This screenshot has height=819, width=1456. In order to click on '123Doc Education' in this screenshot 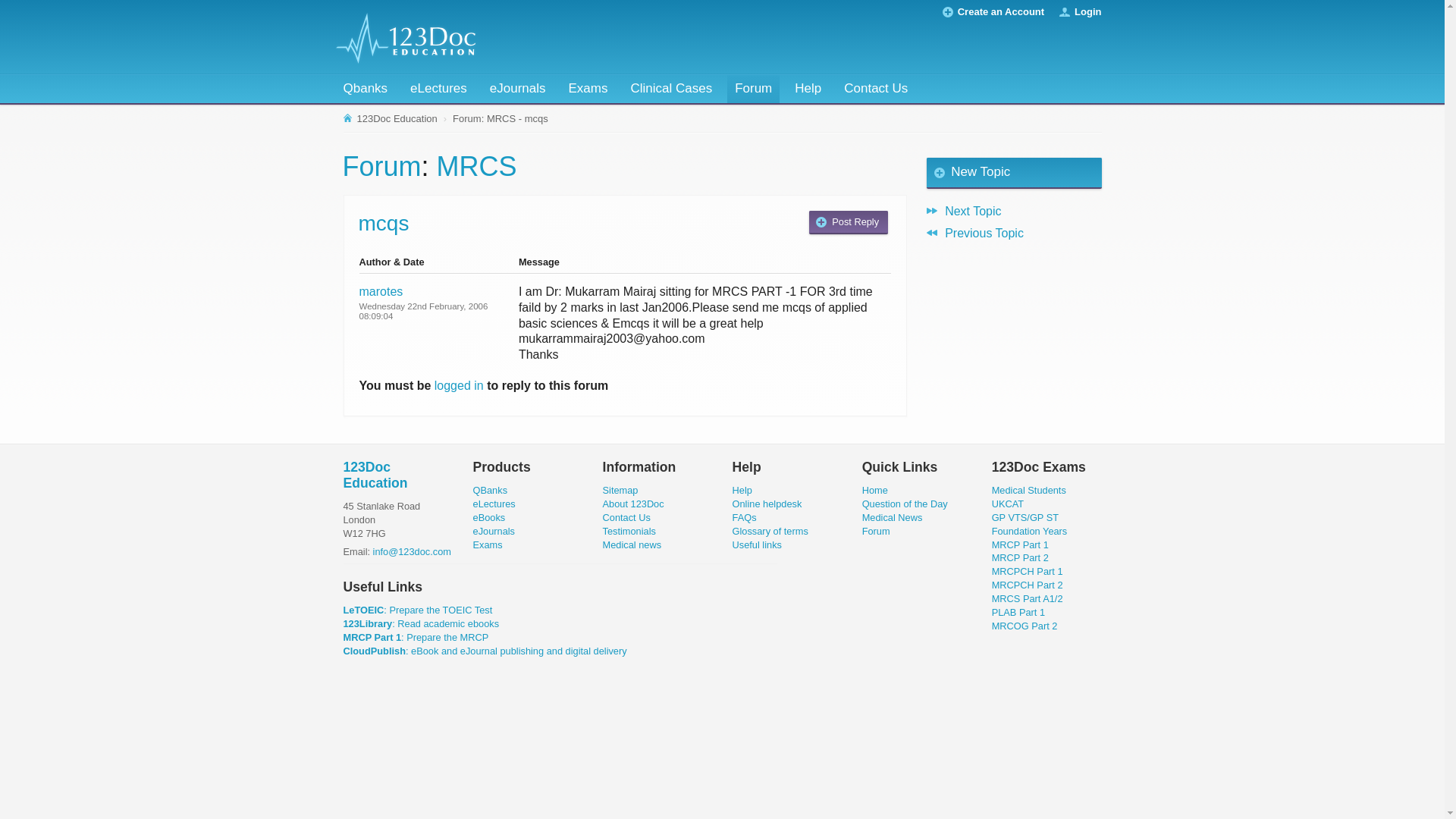, I will do `click(375, 474)`.